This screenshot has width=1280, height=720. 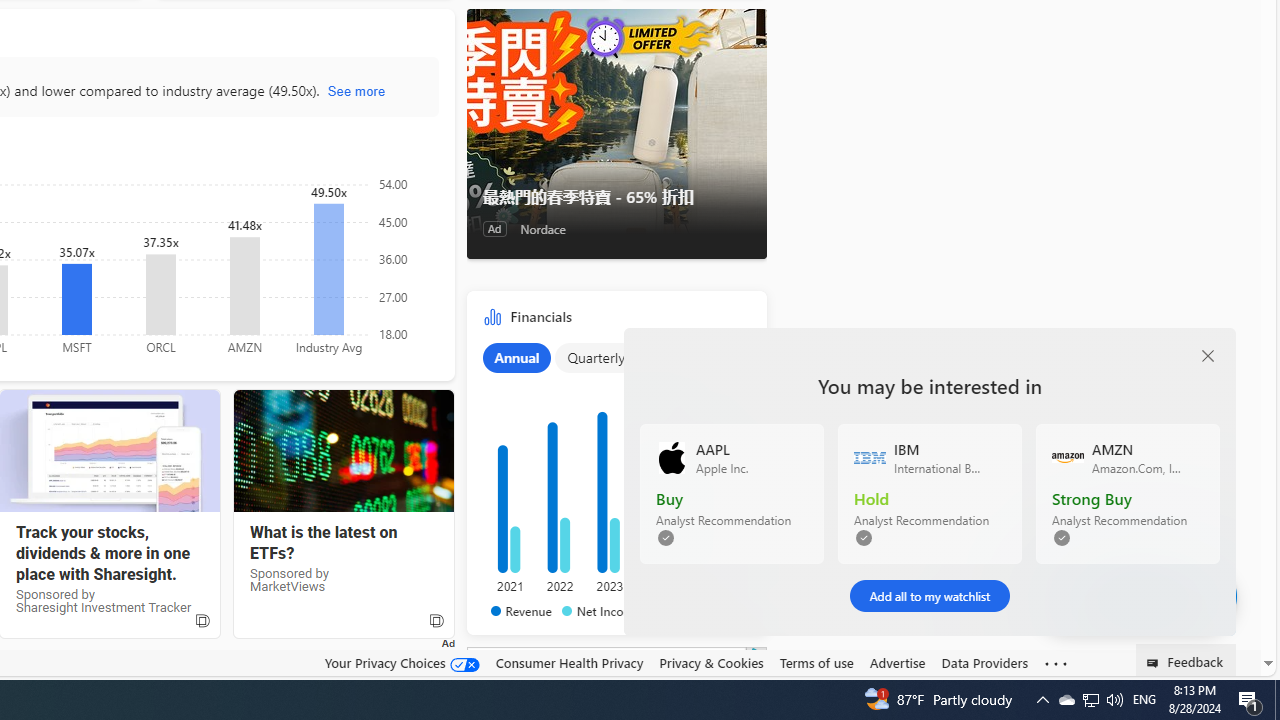 I want to click on 'MarketViews', so click(x=343, y=451).